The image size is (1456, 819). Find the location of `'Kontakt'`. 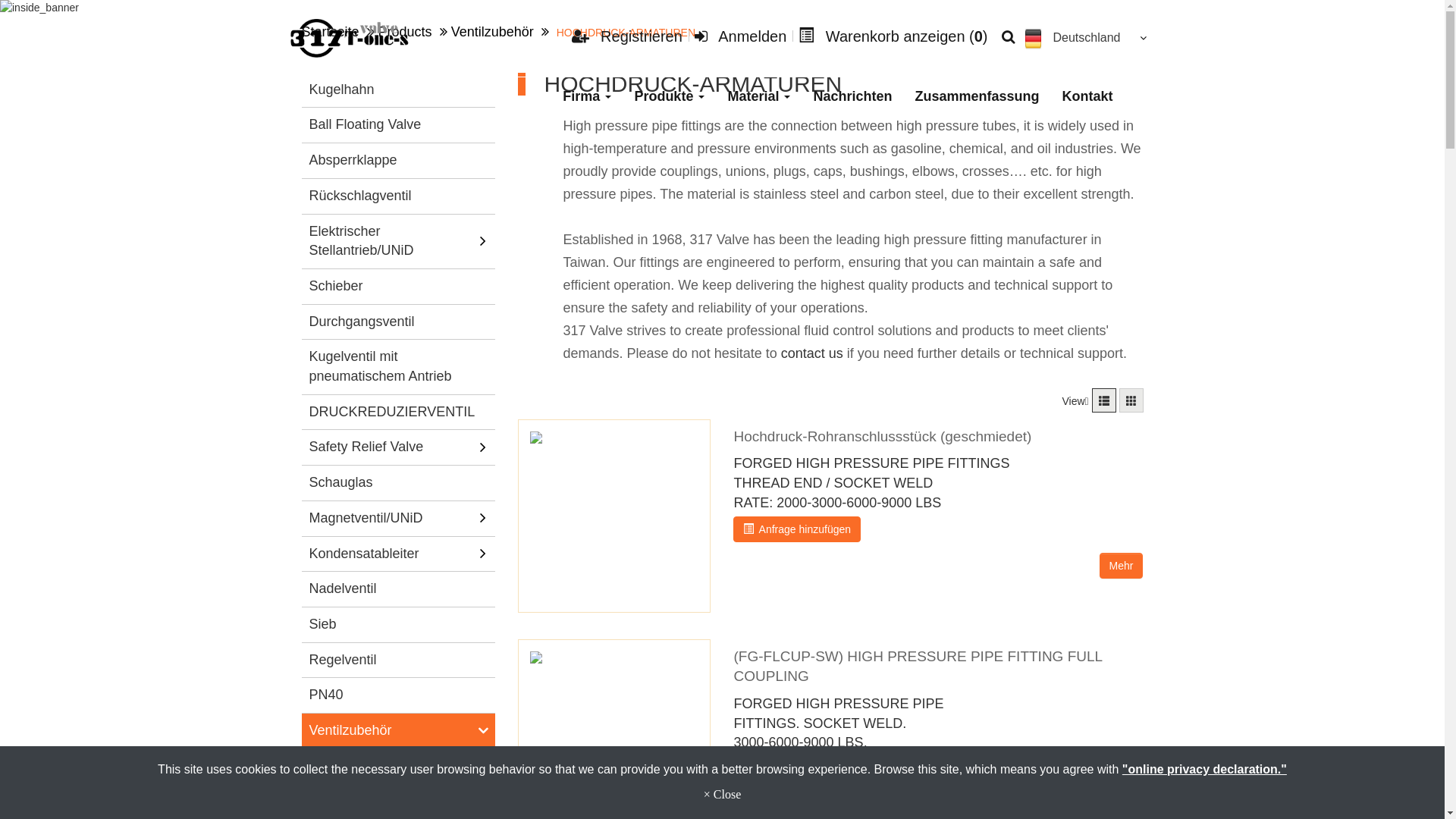

'Kontakt' is located at coordinates (1087, 96).